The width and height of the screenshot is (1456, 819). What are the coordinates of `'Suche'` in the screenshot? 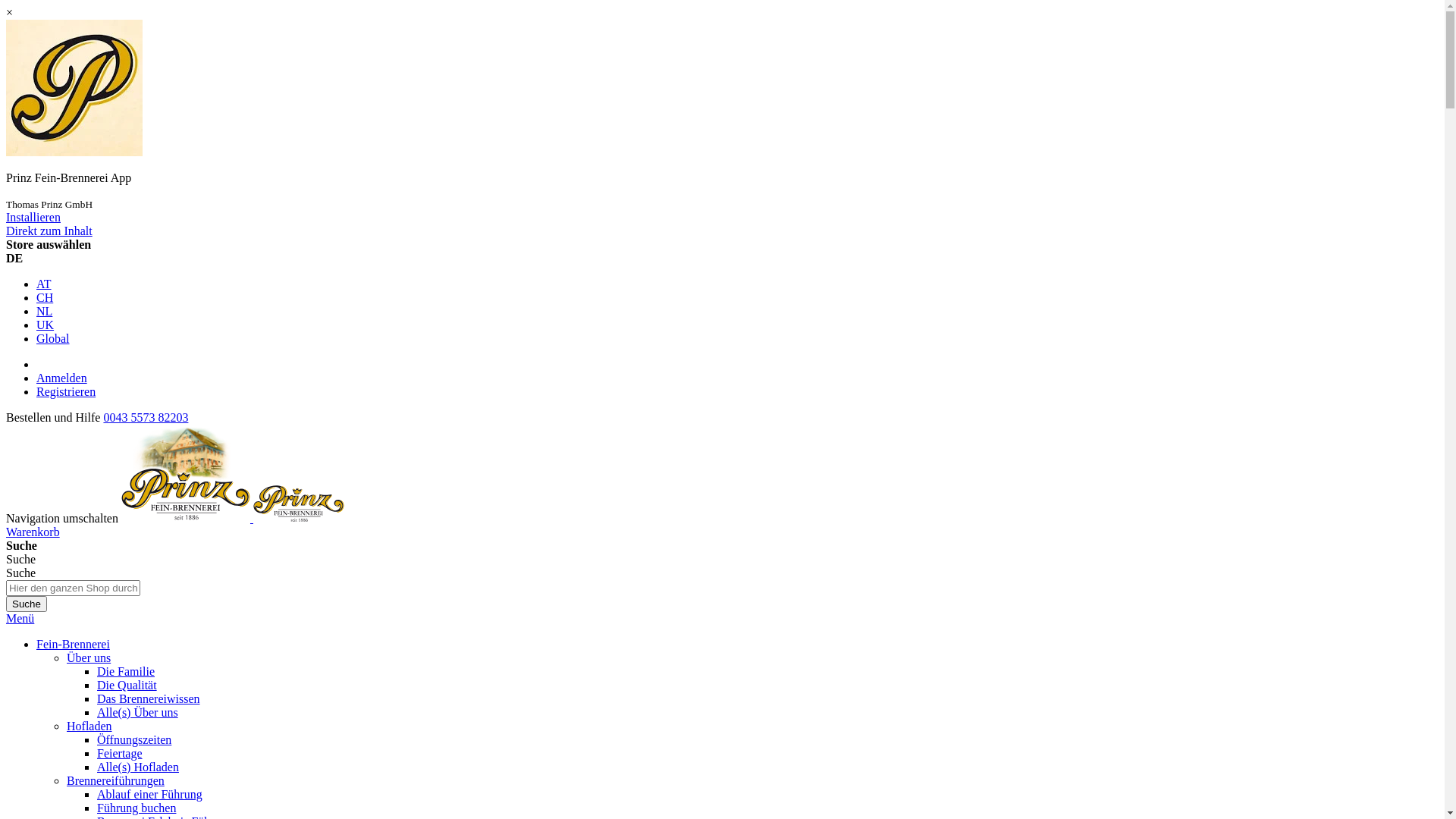 It's located at (26, 603).